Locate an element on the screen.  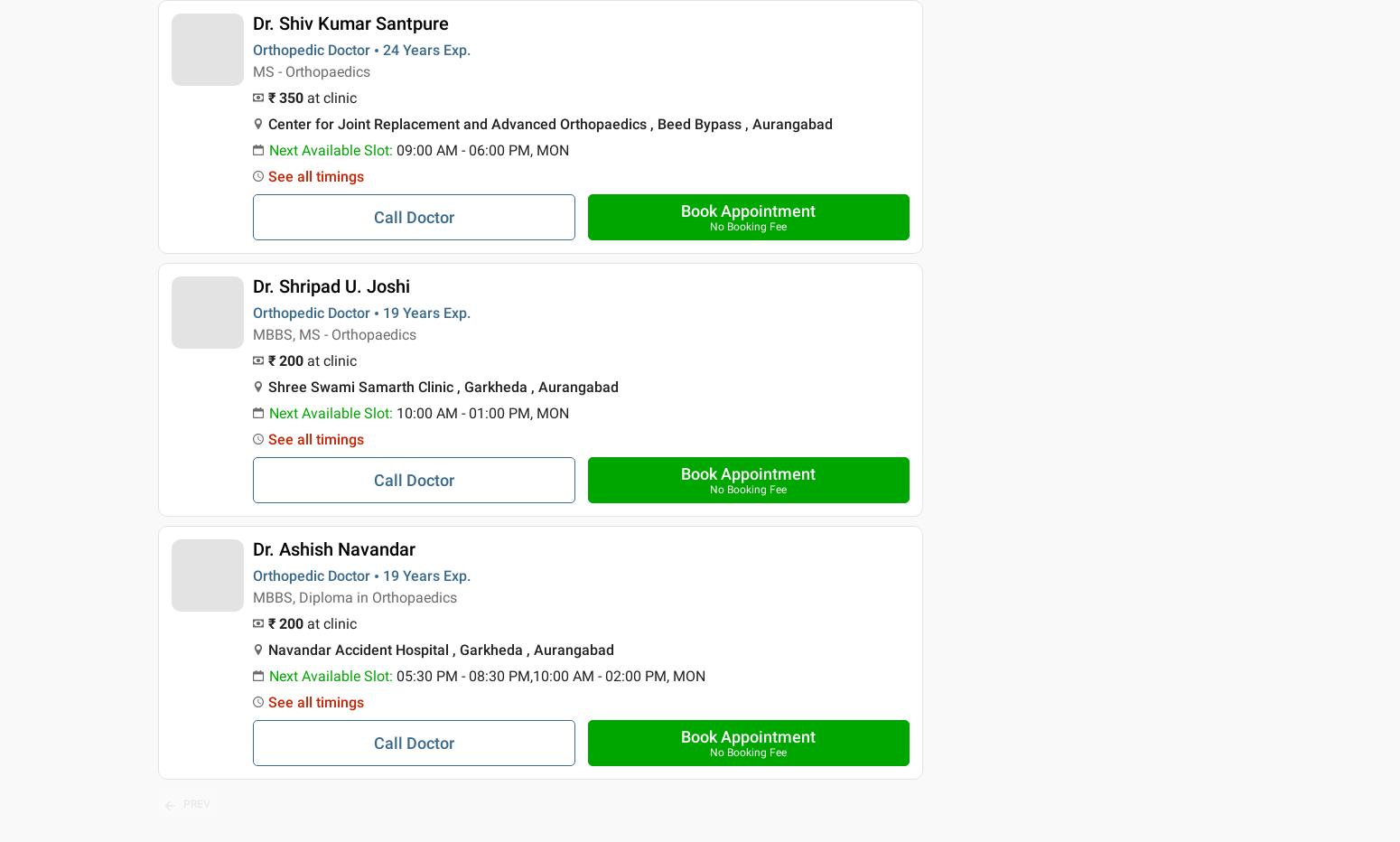
'PREV' is located at coordinates (195, 803).